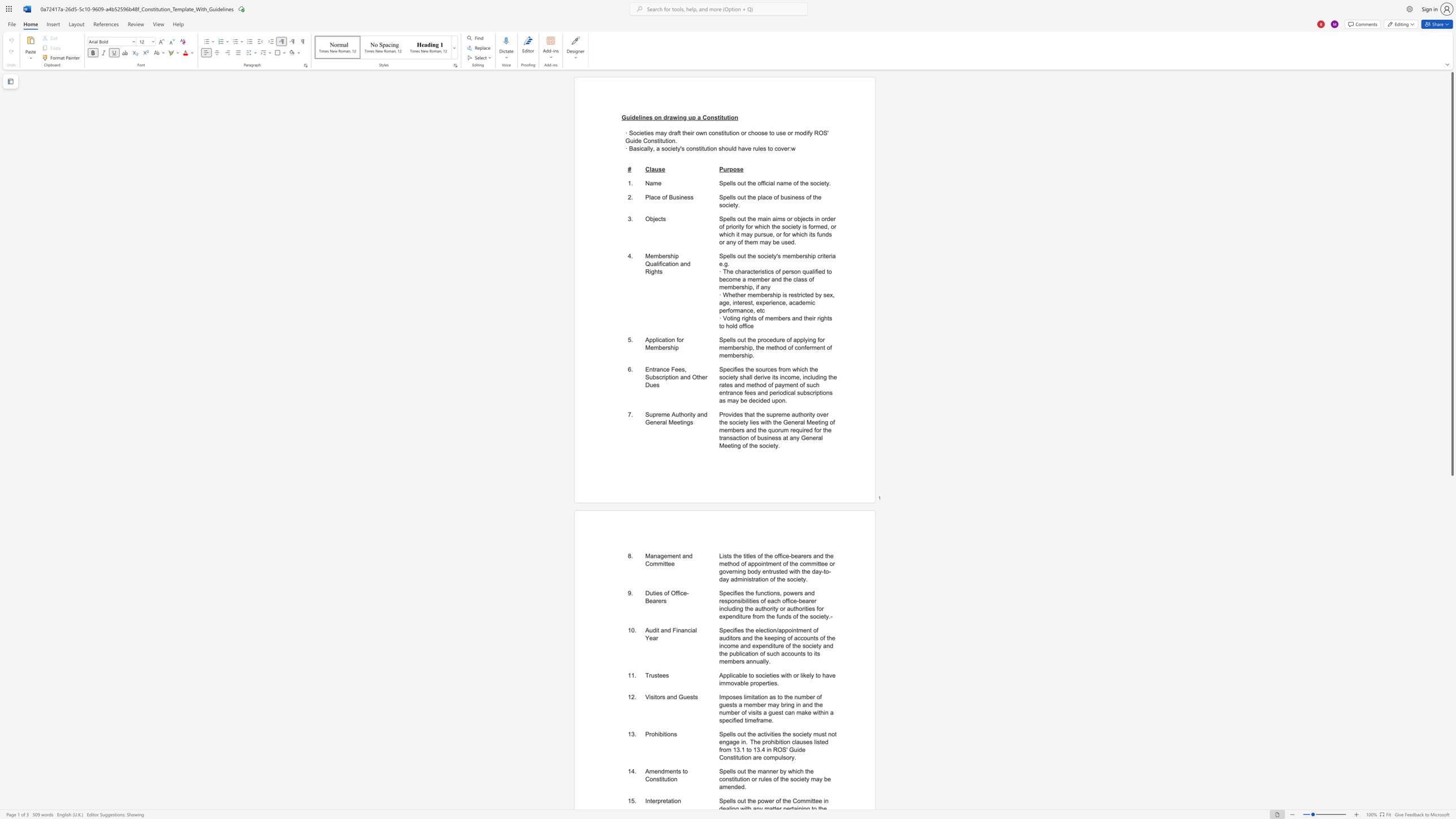 Image resolution: width=1456 pixels, height=819 pixels. What do you see at coordinates (1451, 664) in the screenshot?
I see `the page's right scrollbar for downward movement` at bounding box center [1451, 664].